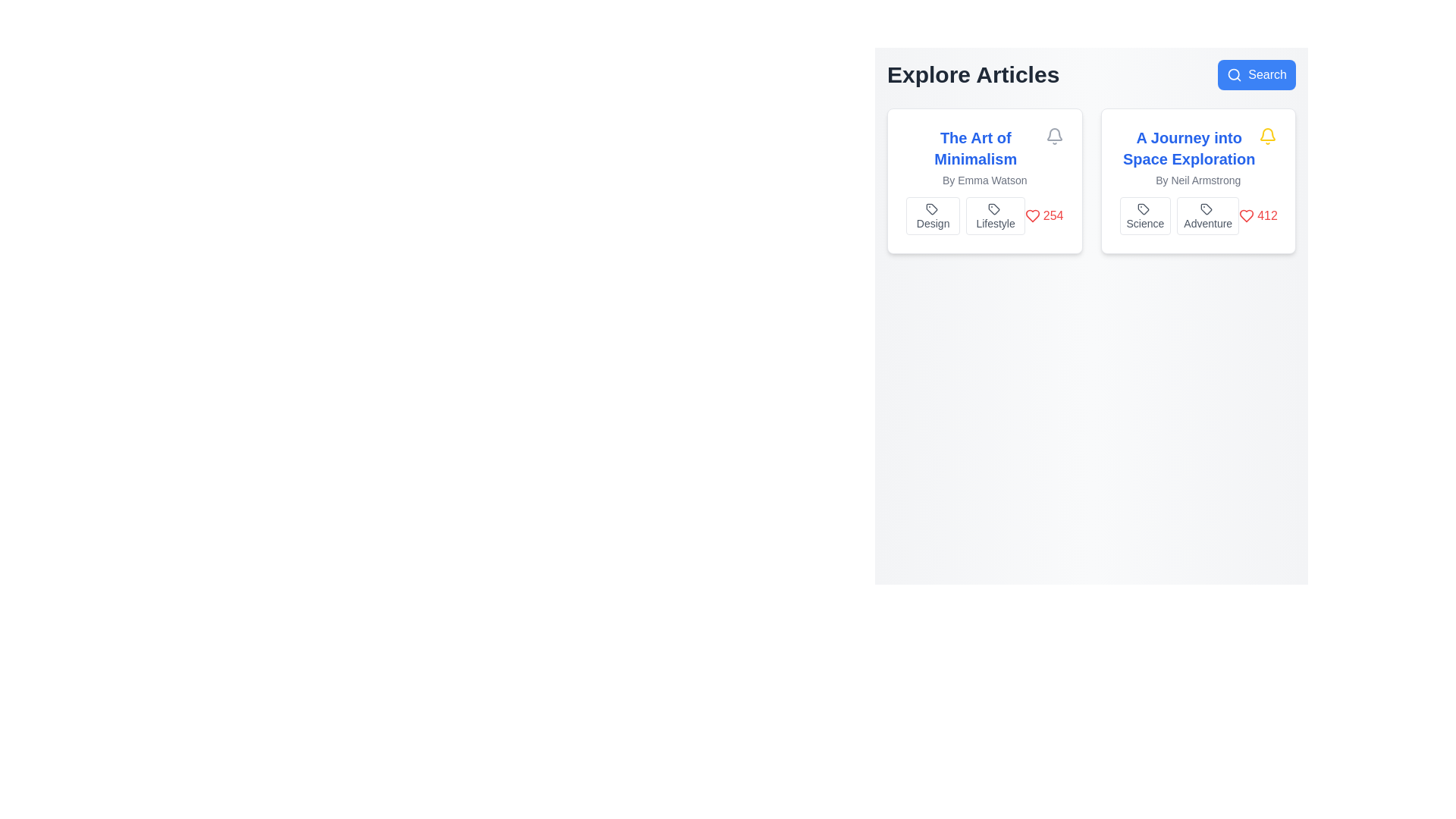 This screenshot has height=819, width=1456. I want to click on Category and rating display located beneath the phrase 'By Neil Armstrong', which is the last row in the second tile from the left on the page, so click(1197, 216).